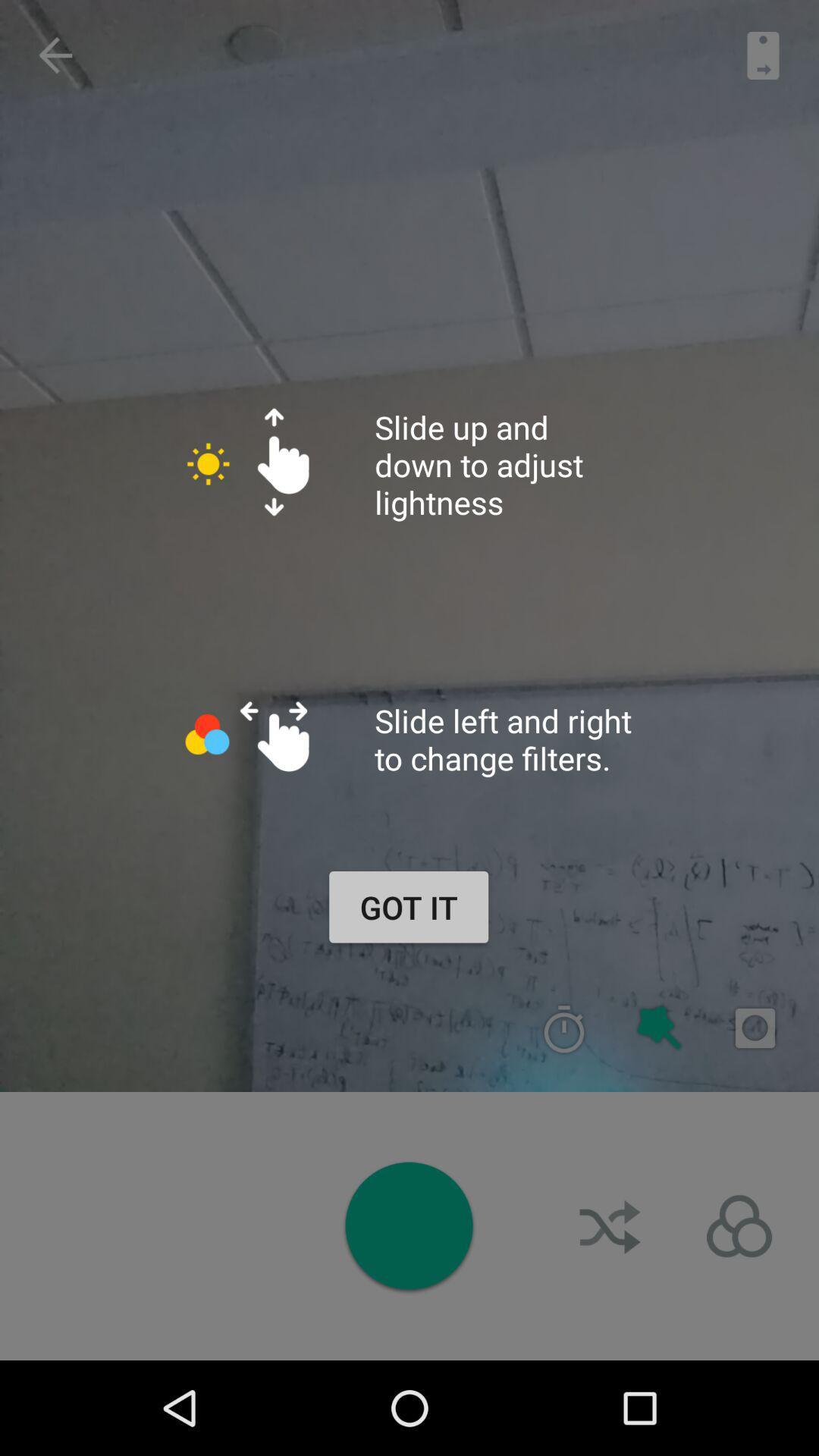 The width and height of the screenshot is (819, 1456). What do you see at coordinates (564, 1028) in the screenshot?
I see `timer option` at bounding box center [564, 1028].